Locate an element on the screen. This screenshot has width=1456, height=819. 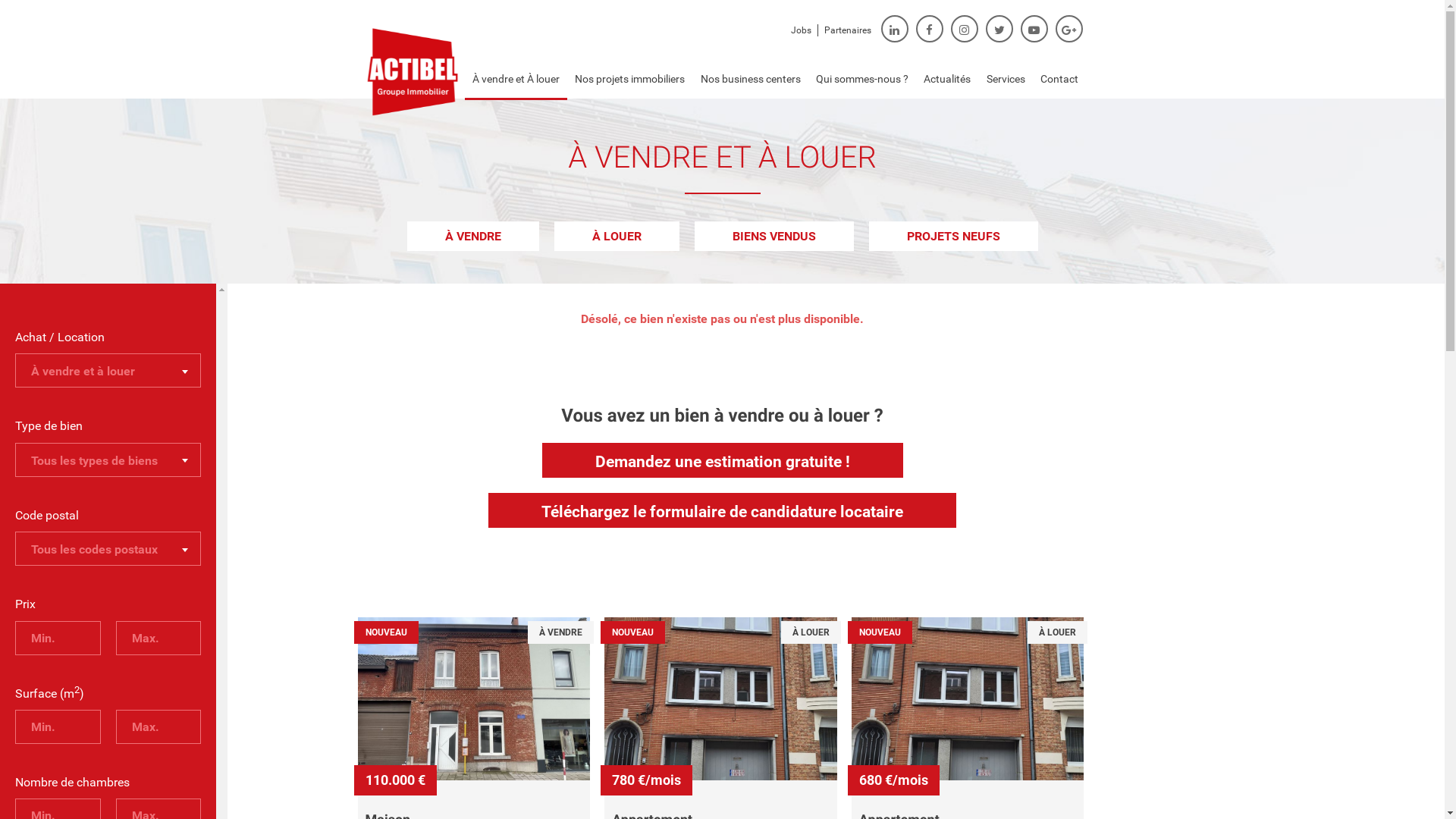
'Qui sommes-nous ?' is located at coordinates (862, 79).